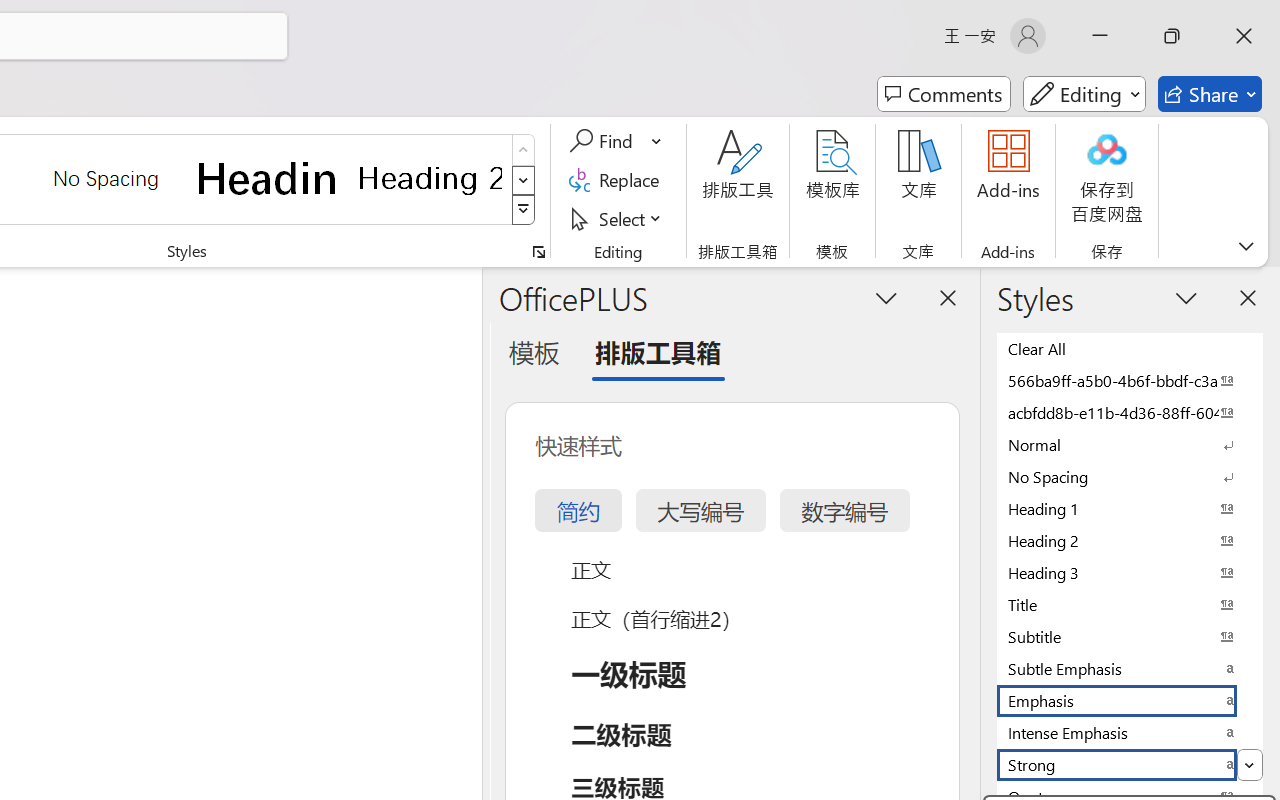  Describe the element at coordinates (1130, 571) in the screenshot. I see `'Heading 3'` at that location.